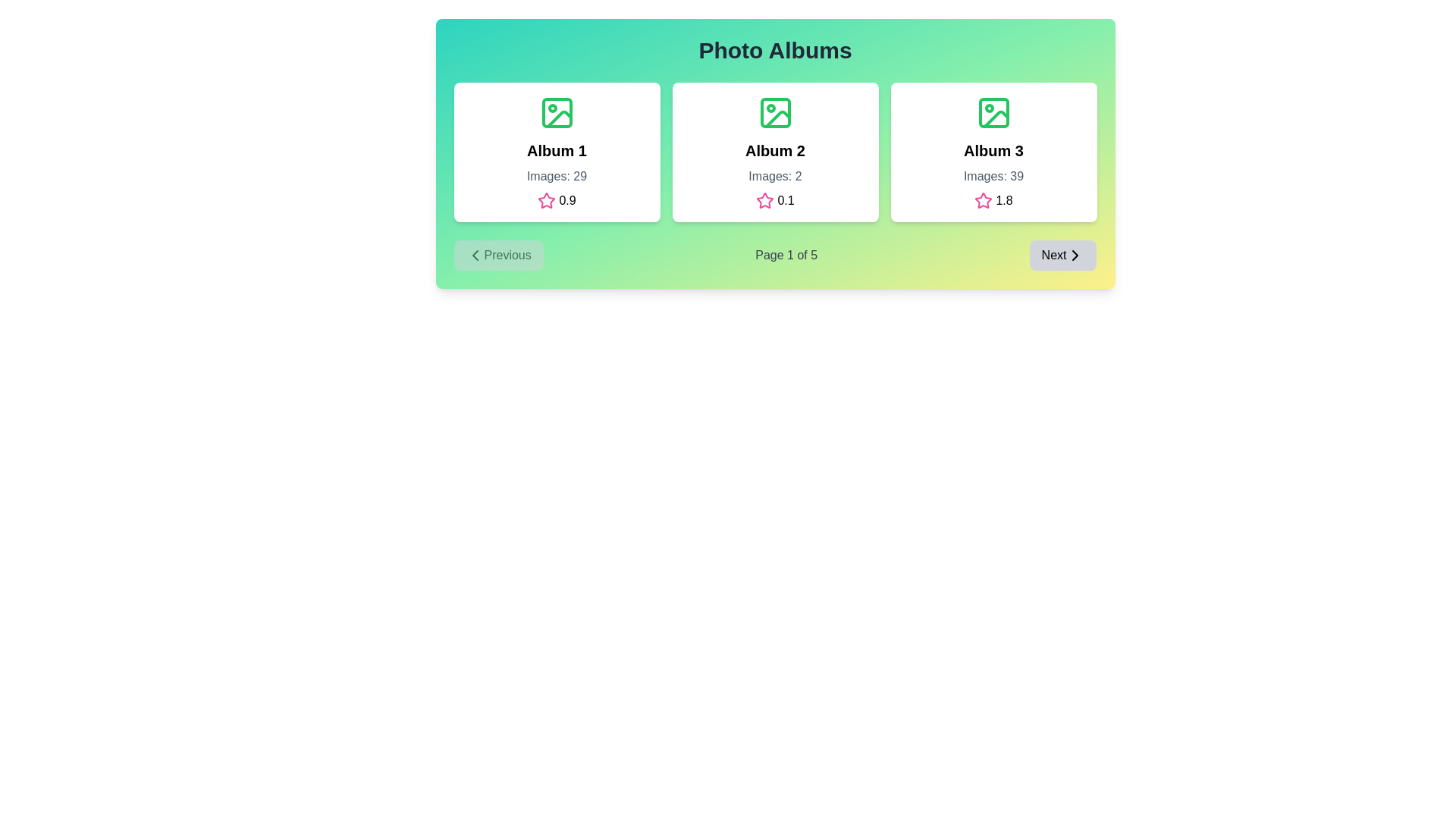  I want to click on the pink star icon with an outlined shape located in the bottom-left corner of the Album 3 card, adjacent to the rating value of '1.8', so click(984, 200).